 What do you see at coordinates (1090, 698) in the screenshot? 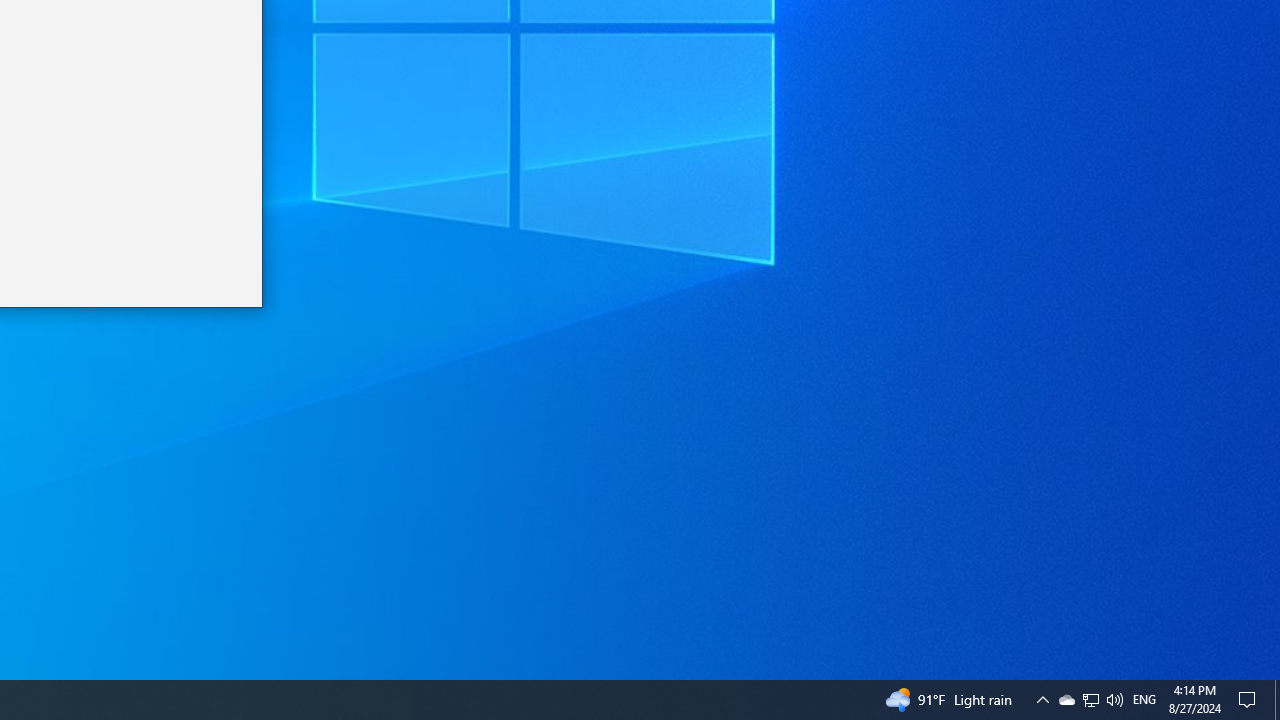
I see `'Q2790: 100%'` at bounding box center [1090, 698].